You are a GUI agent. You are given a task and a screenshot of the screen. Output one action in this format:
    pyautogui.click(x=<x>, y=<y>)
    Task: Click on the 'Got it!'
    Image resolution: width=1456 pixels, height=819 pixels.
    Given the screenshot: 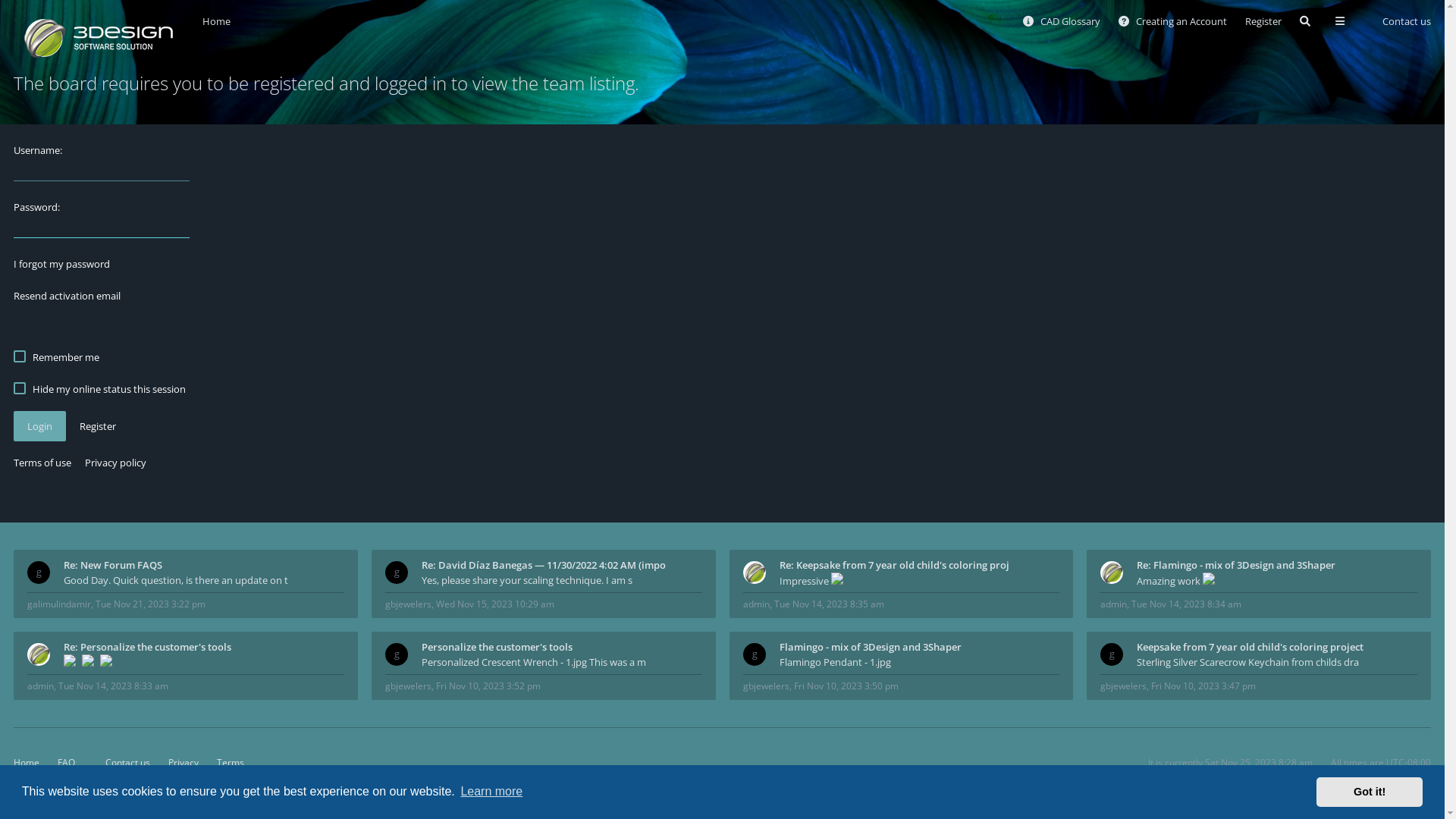 What is the action you would take?
    pyautogui.click(x=1316, y=791)
    